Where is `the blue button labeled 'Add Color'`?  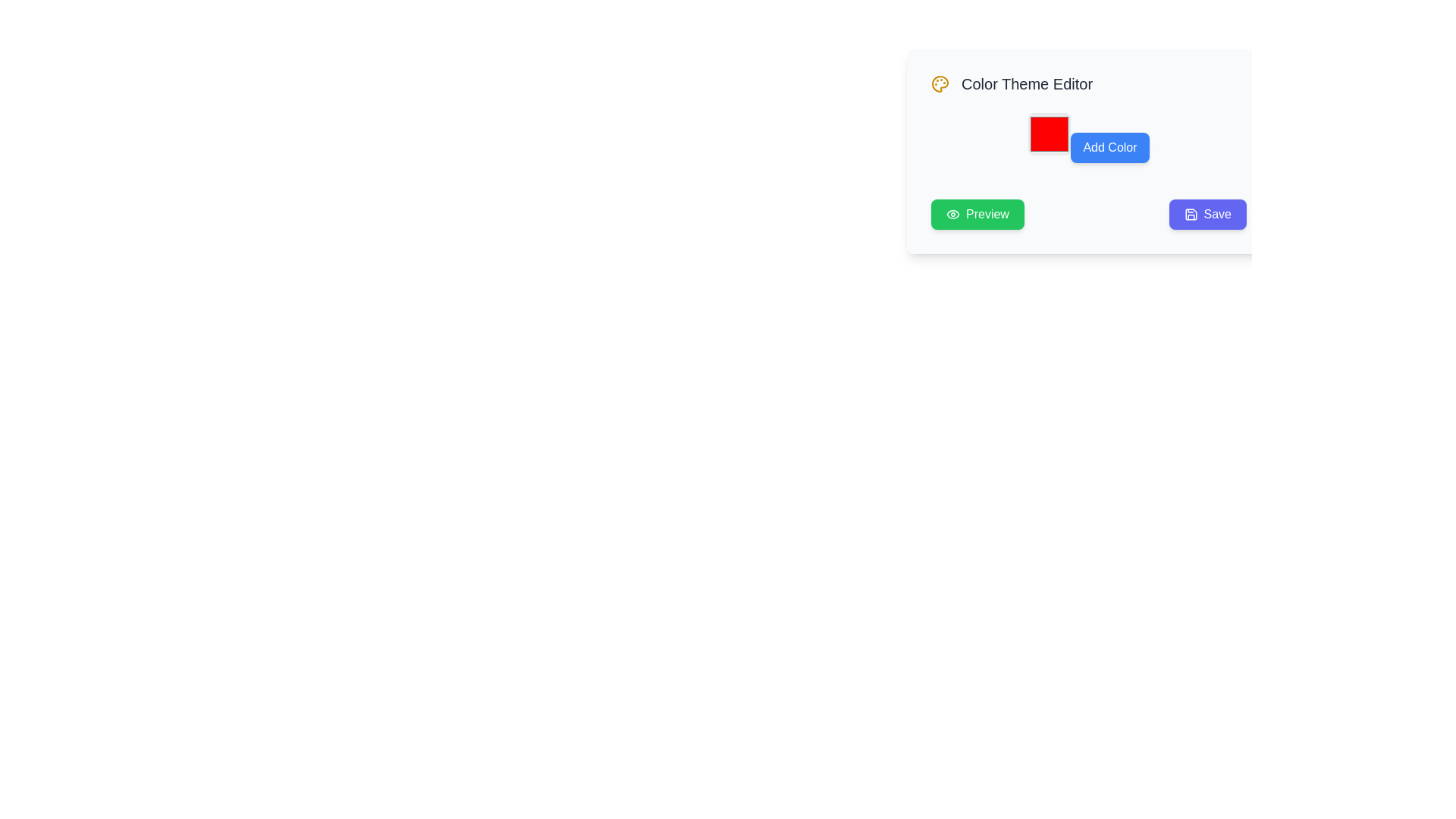 the blue button labeled 'Add Color' is located at coordinates (1087, 137).